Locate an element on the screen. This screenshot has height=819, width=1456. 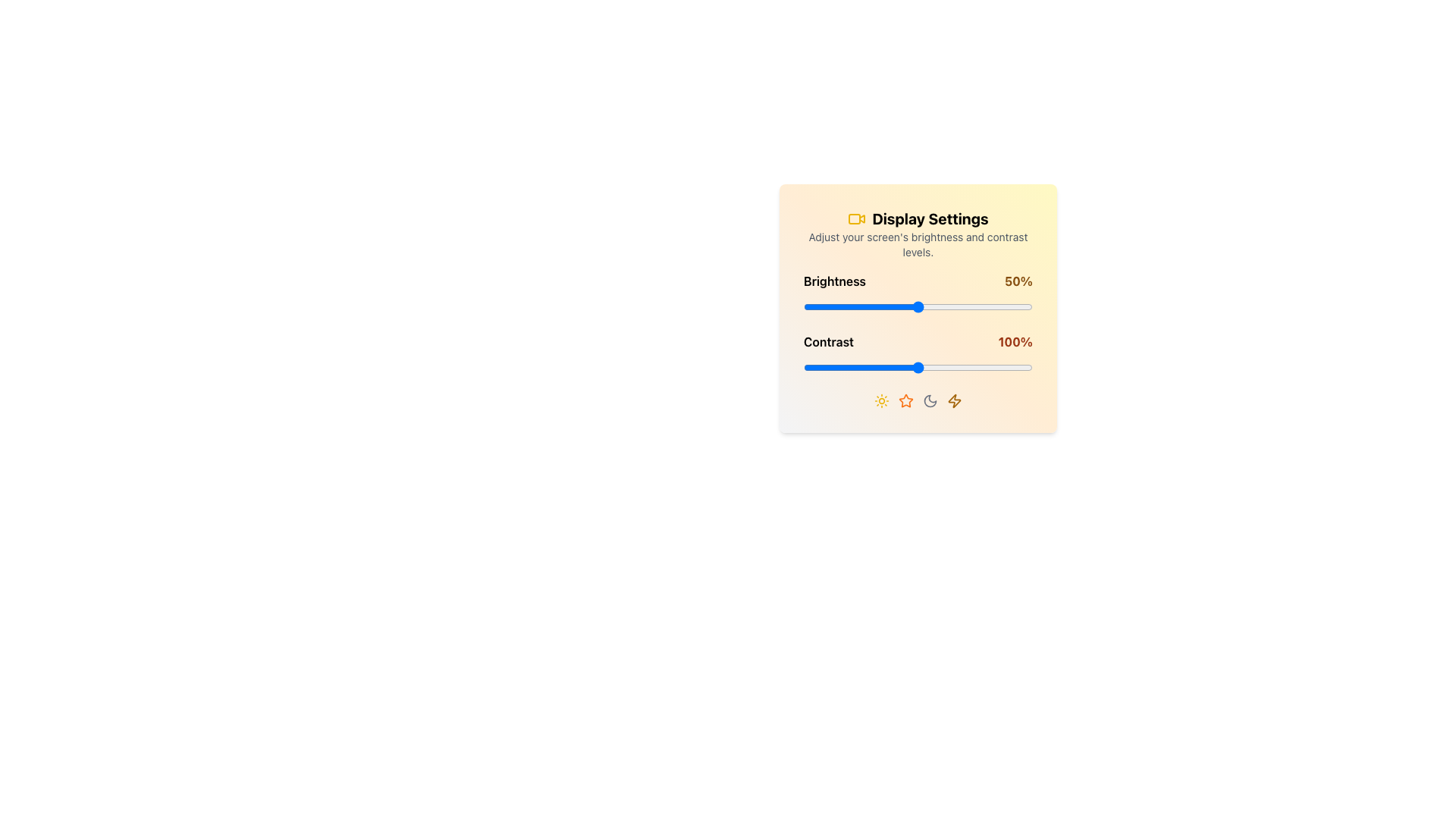
the lightning-bolt-shaped icon in yellow-gold color located at the bottom-right corner of the settings panel is located at coordinates (953, 400).